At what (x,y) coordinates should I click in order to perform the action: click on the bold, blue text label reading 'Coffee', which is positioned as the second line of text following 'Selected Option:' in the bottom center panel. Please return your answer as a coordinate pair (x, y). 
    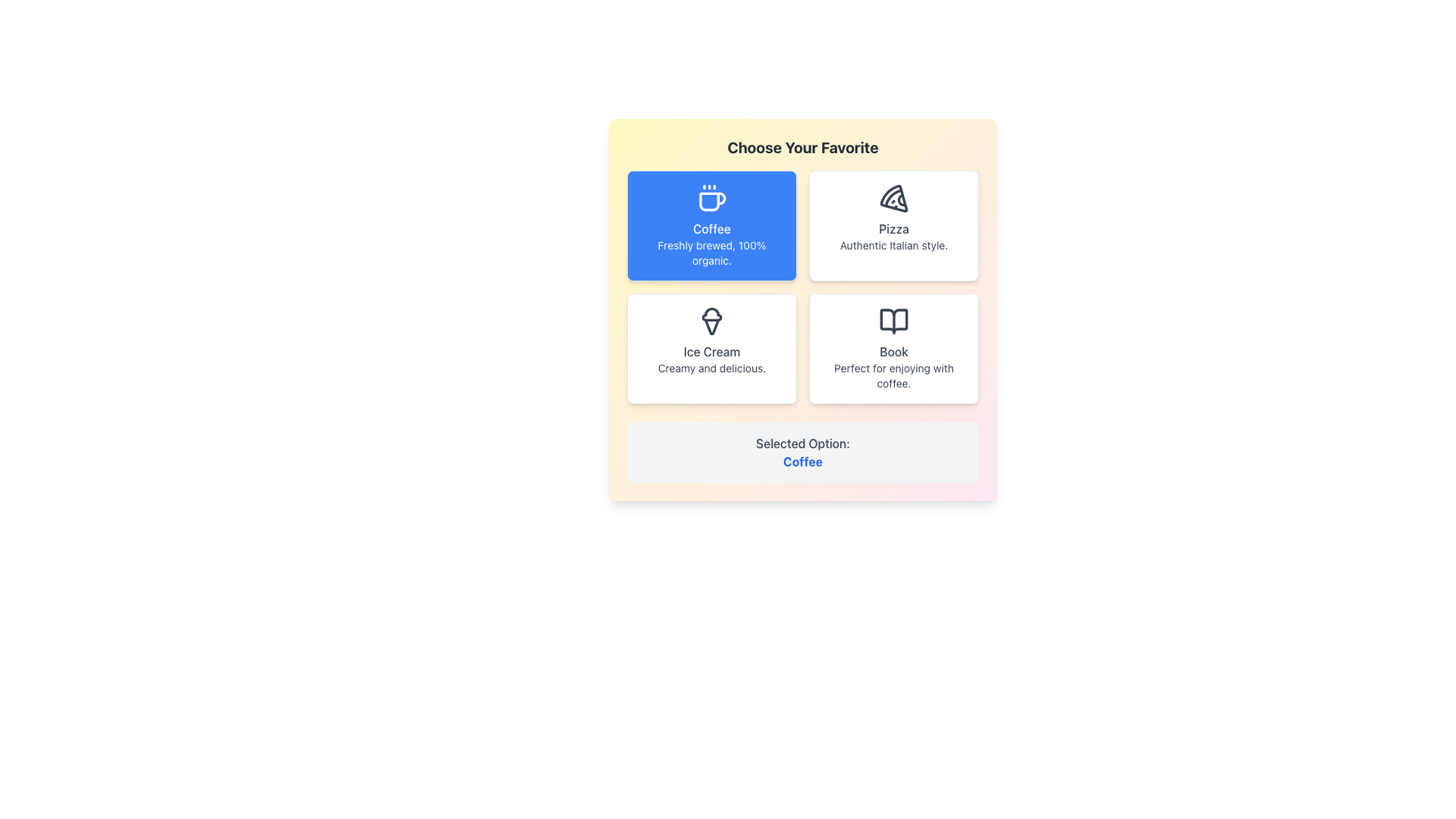
    Looking at the image, I should click on (802, 461).